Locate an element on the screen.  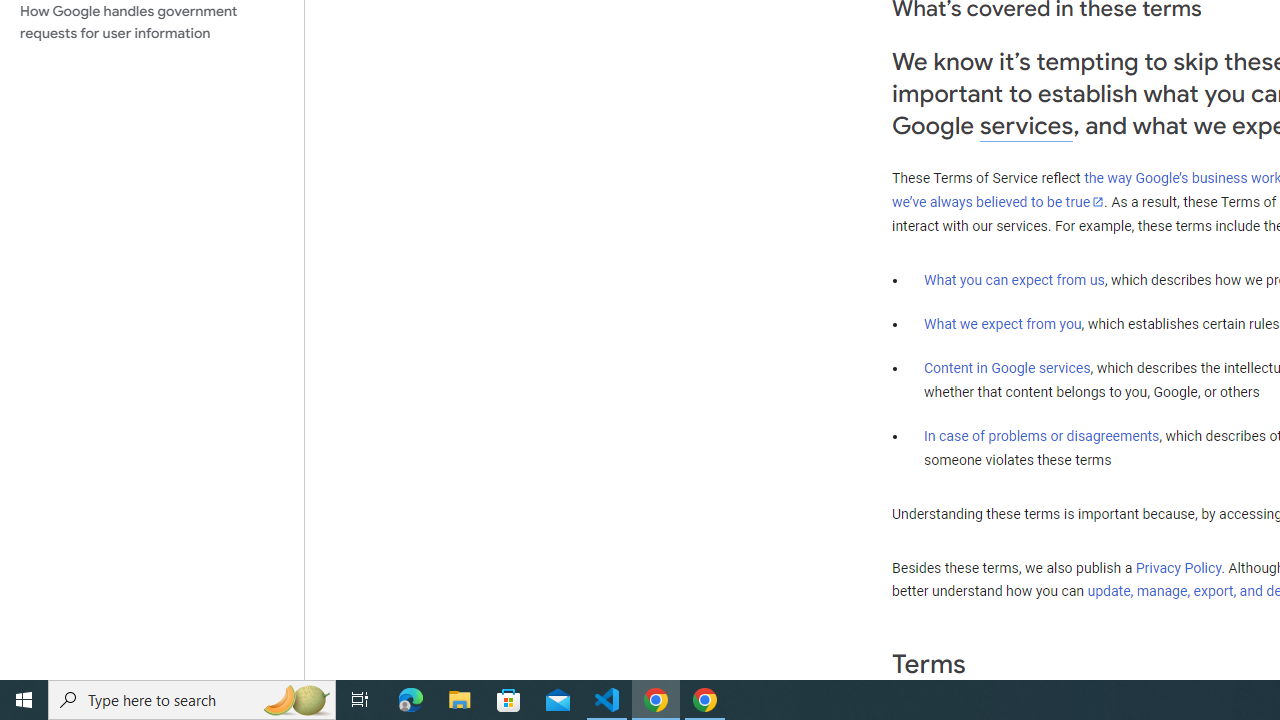
'What we expect from you' is located at coordinates (1002, 323).